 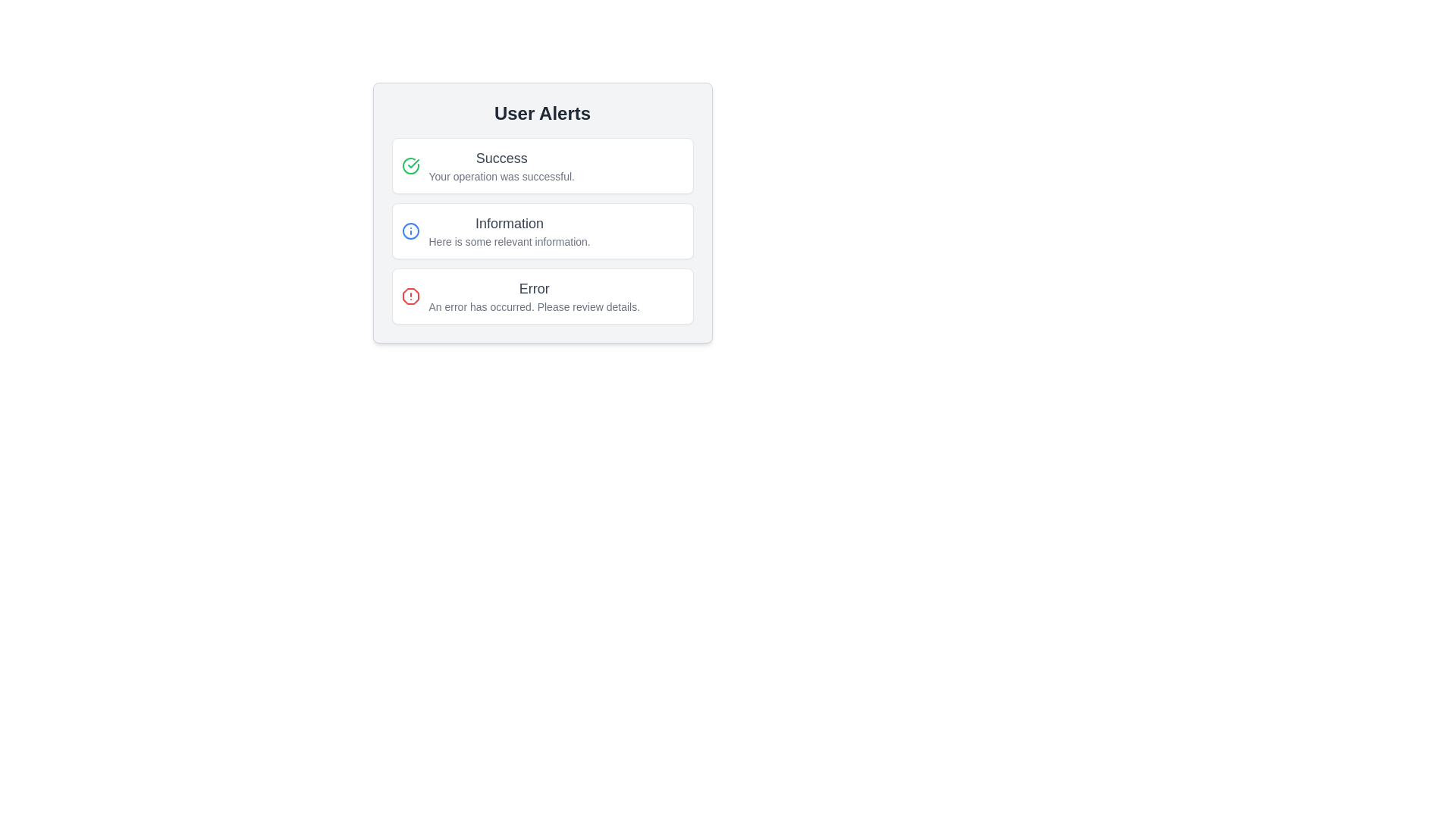 I want to click on the text label displaying 'Error', which is styled in bold, medium size, and dark gray, located in the third section of the User Alerts panel, so click(x=534, y=289).